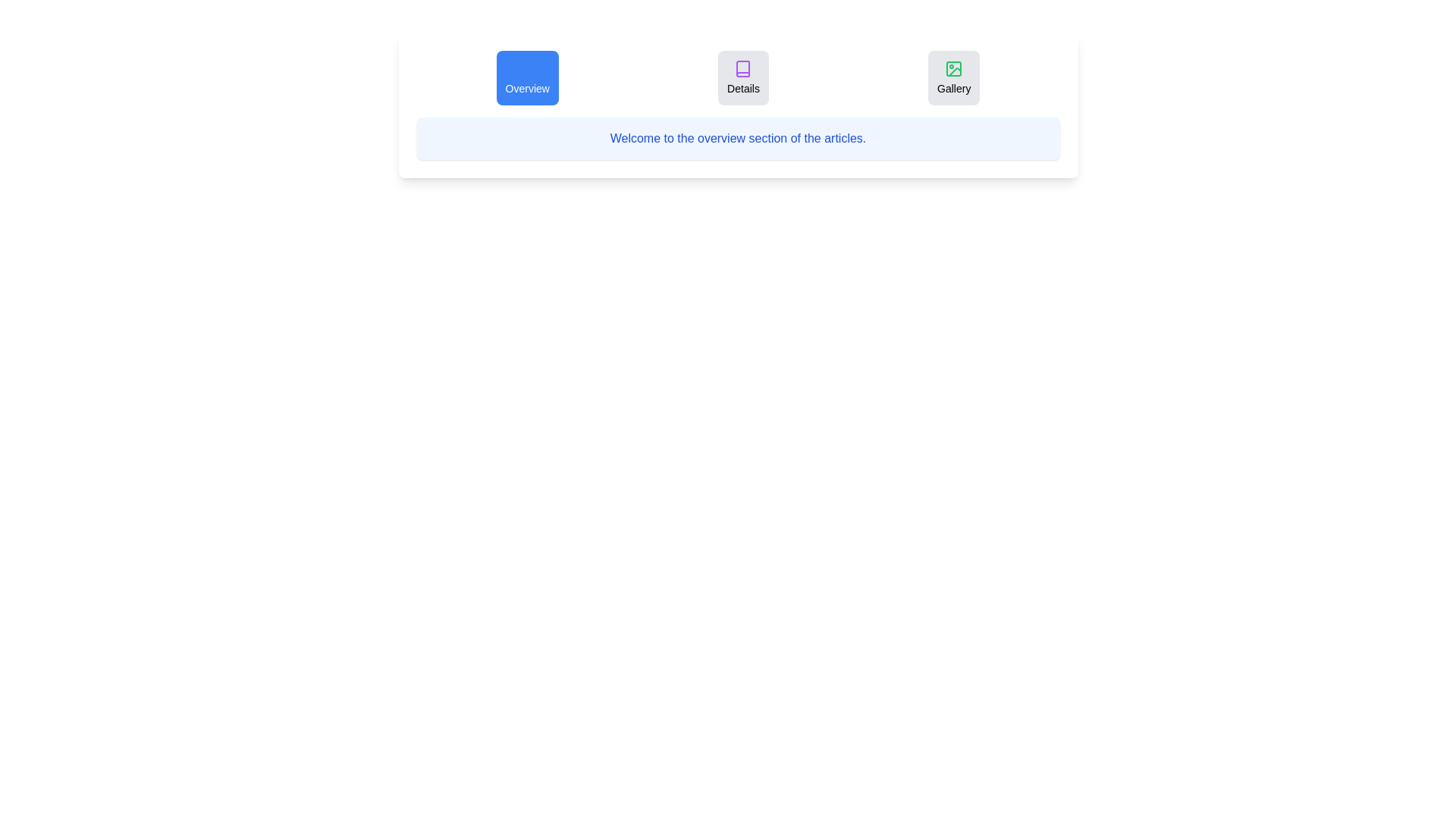  What do you see at coordinates (743, 78) in the screenshot?
I see `the tab labeled Details` at bounding box center [743, 78].